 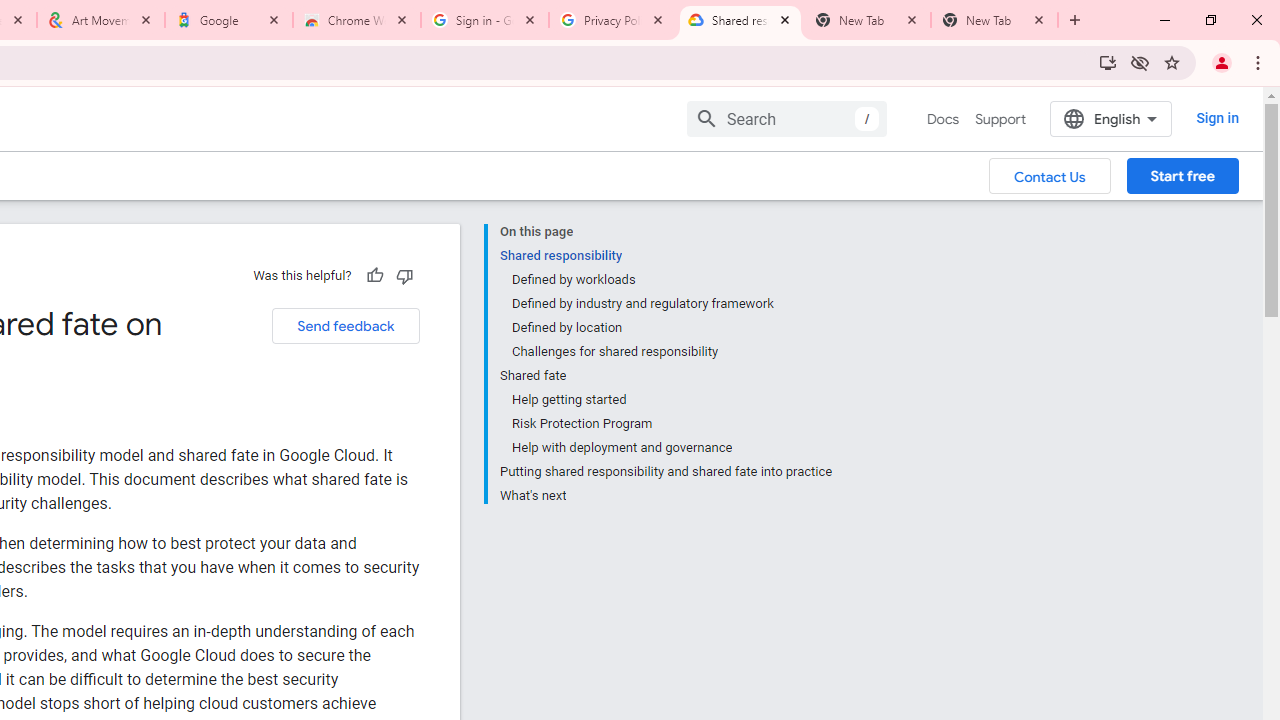 What do you see at coordinates (671, 399) in the screenshot?
I see `'Help getting started'` at bounding box center [671, 399].